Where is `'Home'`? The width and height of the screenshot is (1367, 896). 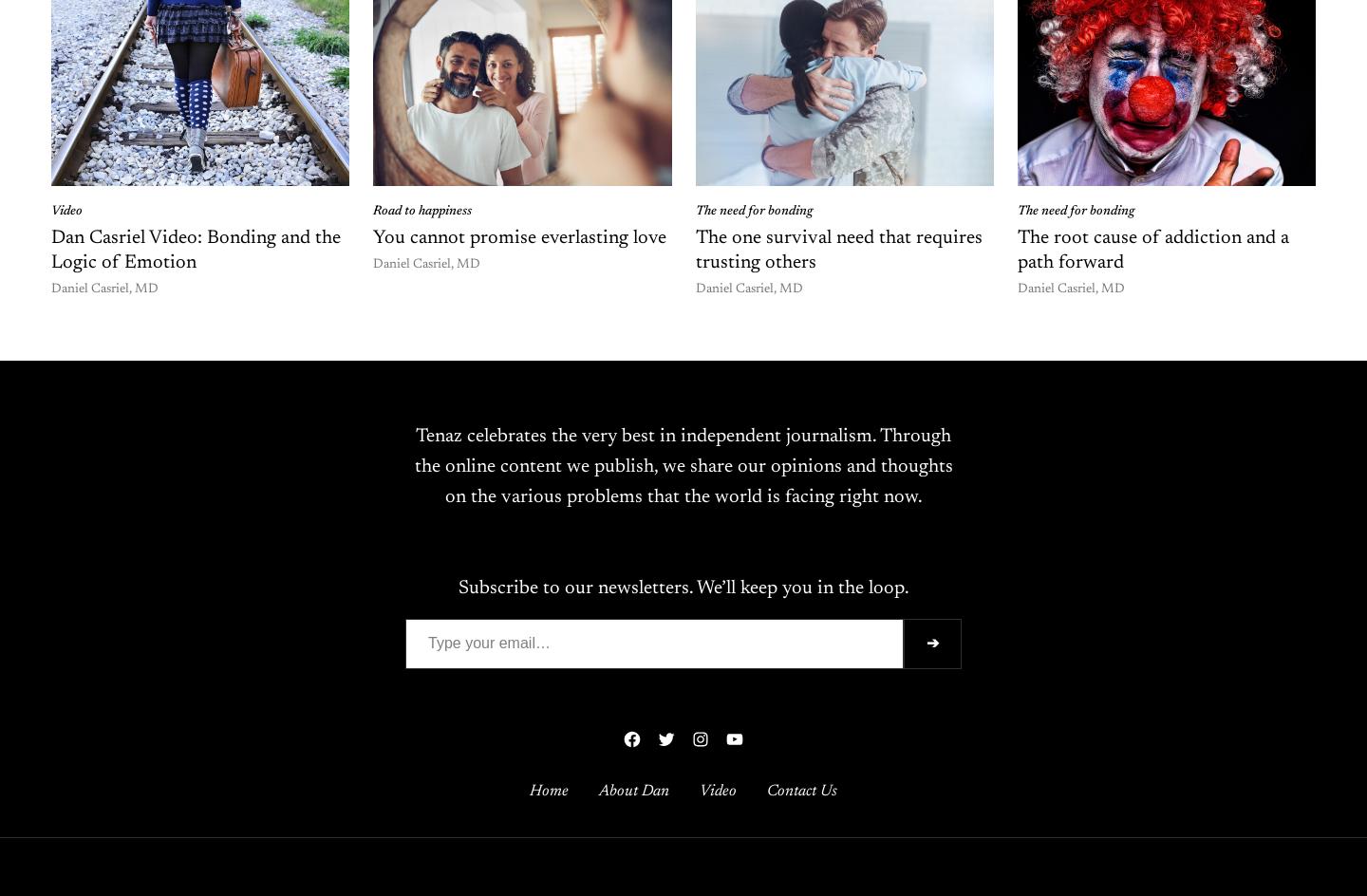 'Home' is located at coordinates (530, 790).